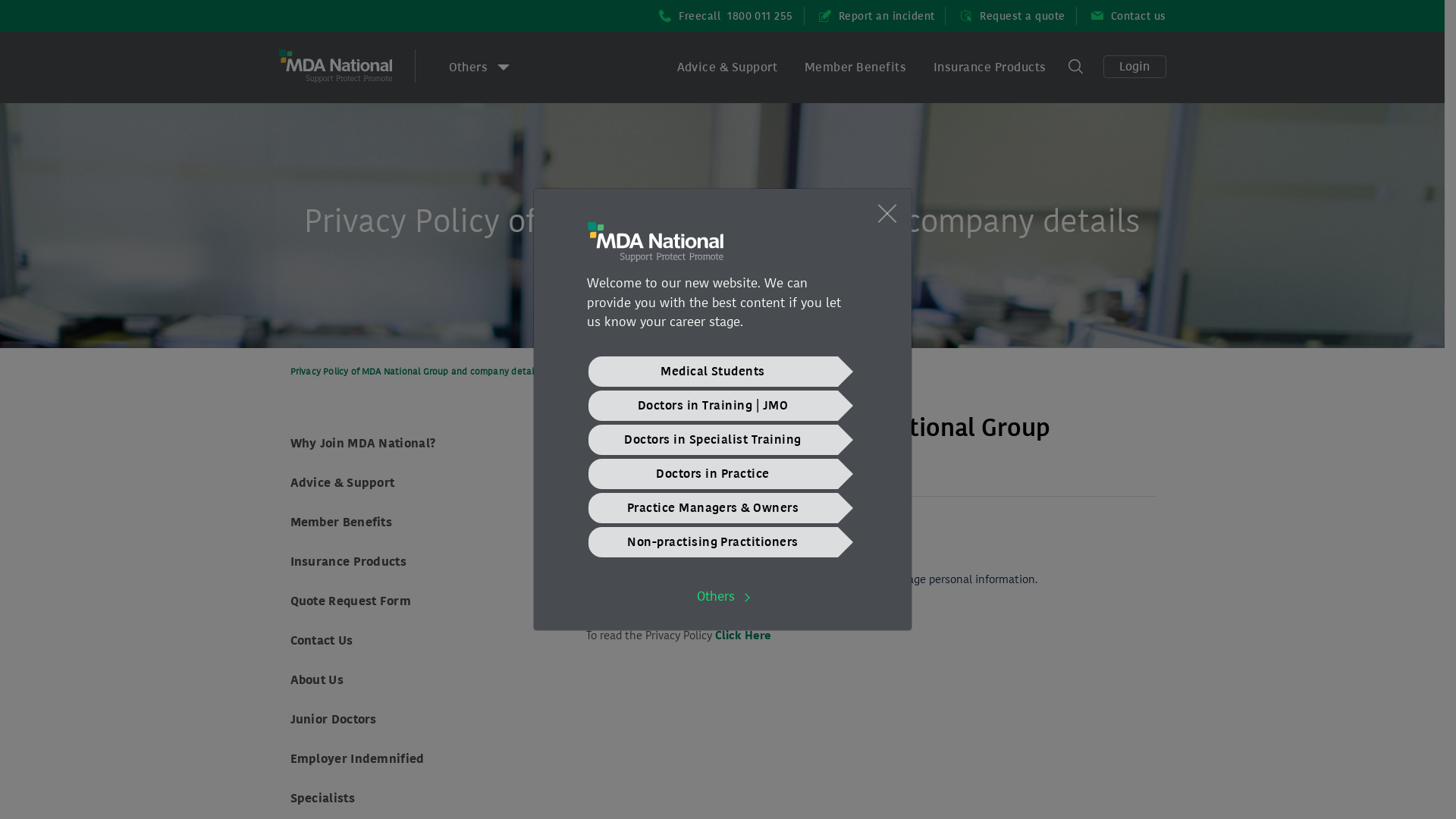 This screenshot has width=1456, height=819. What do you see at coordinates (356, 758) in the screenshot?
I see `'Employer Indemnified'` at bounding box center [356, 758].